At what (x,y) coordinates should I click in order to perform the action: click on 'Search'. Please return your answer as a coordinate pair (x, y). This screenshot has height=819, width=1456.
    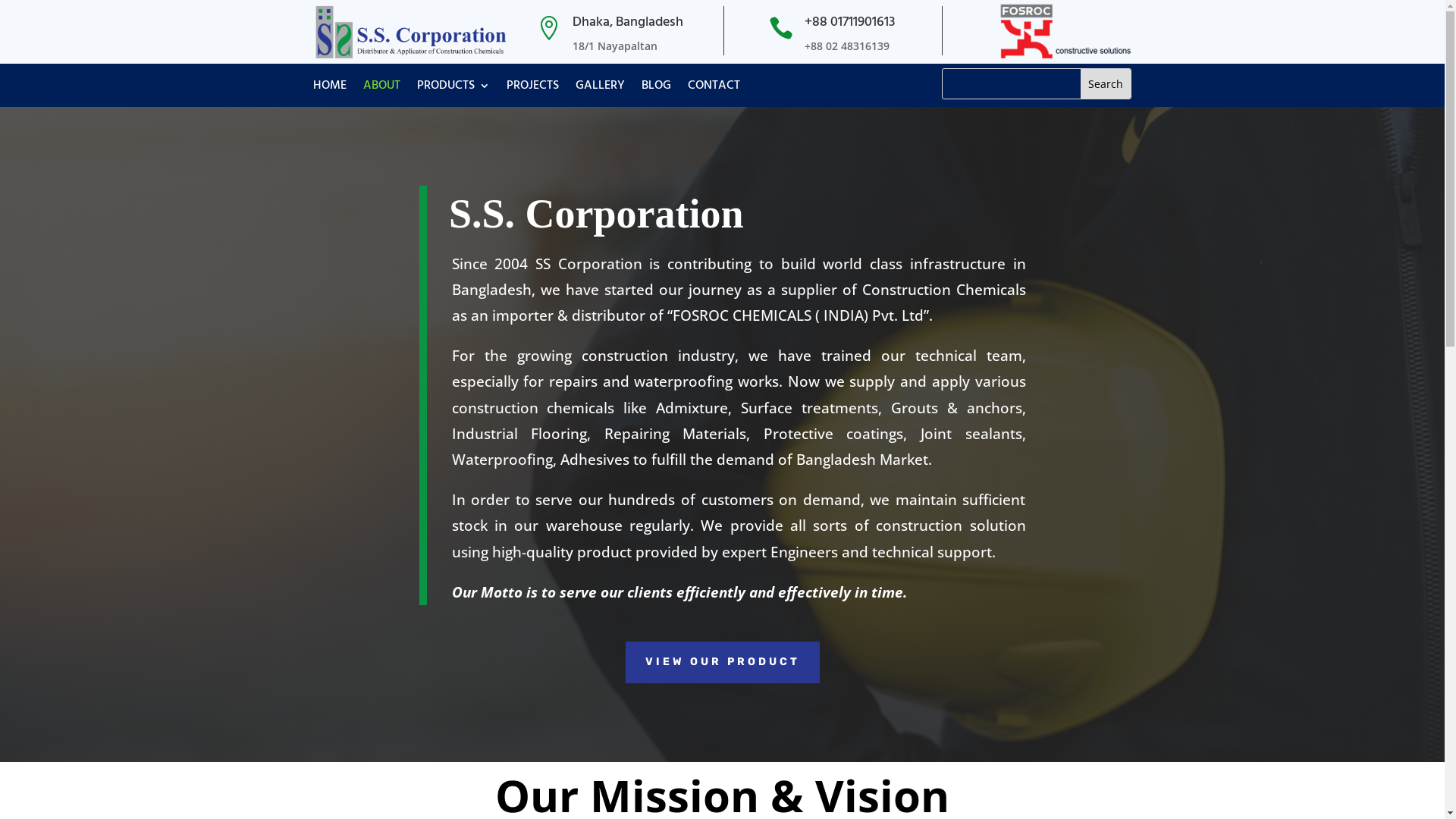
    Looking at the image, I should click on (1106, 83).